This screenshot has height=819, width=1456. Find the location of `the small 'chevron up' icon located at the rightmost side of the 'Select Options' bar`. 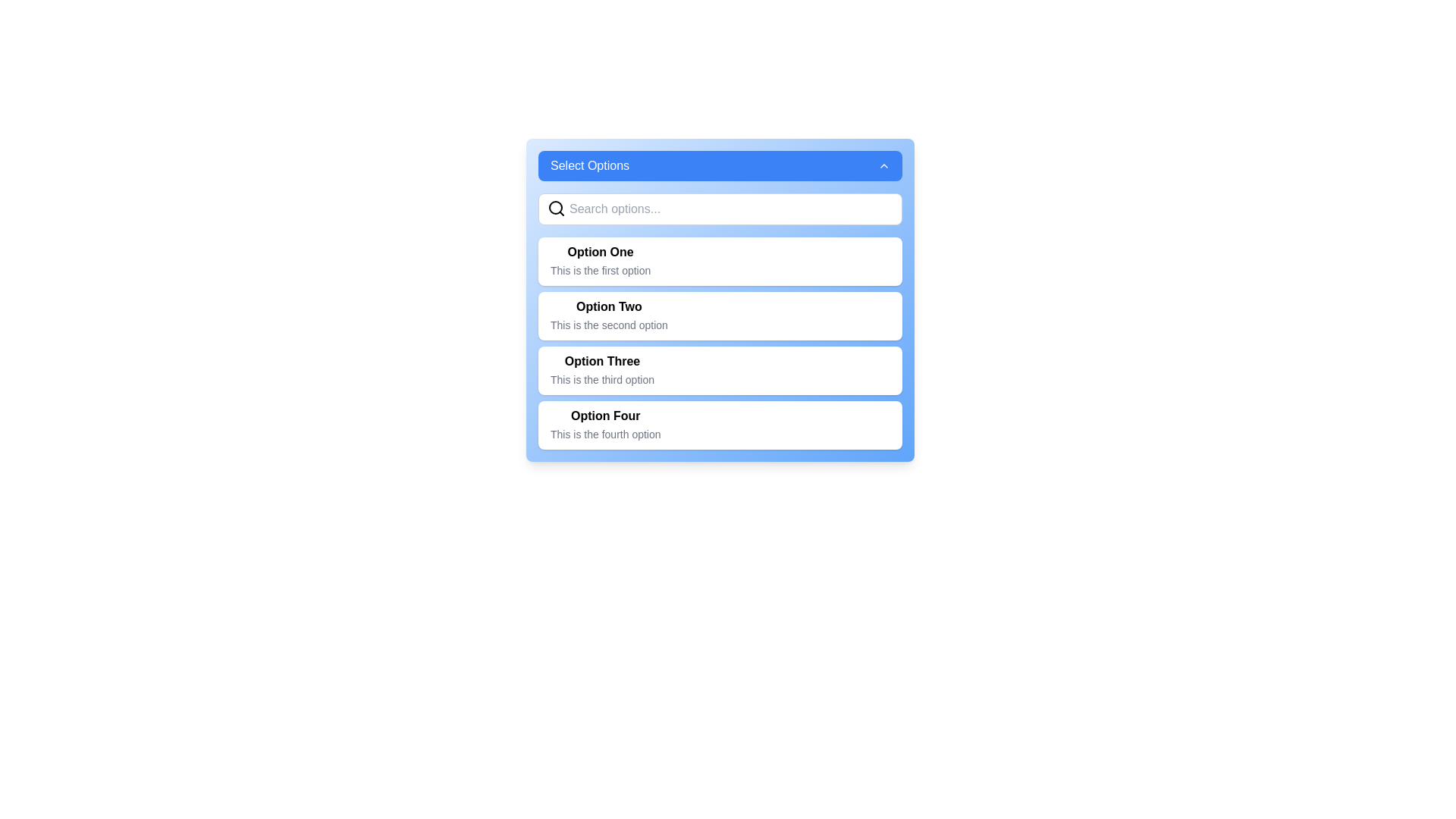

the small 'chevron up' icon located at the rightmost side of the 'Select Options' bar is located at coordinates (884, 166).